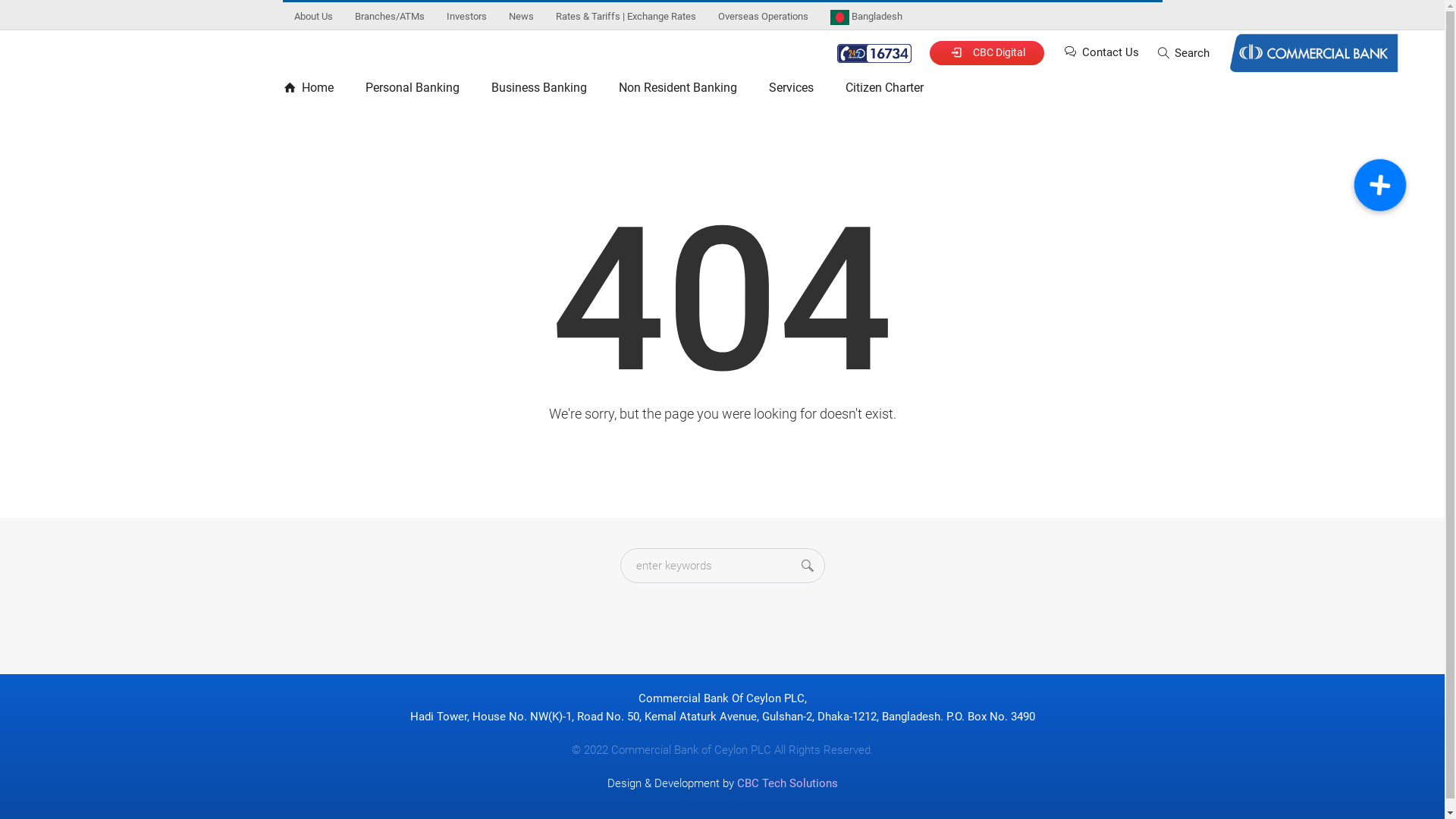  Describe the element at coordinates (1061, 52) in the screenshot. I see `'Contact Us'` at that location.